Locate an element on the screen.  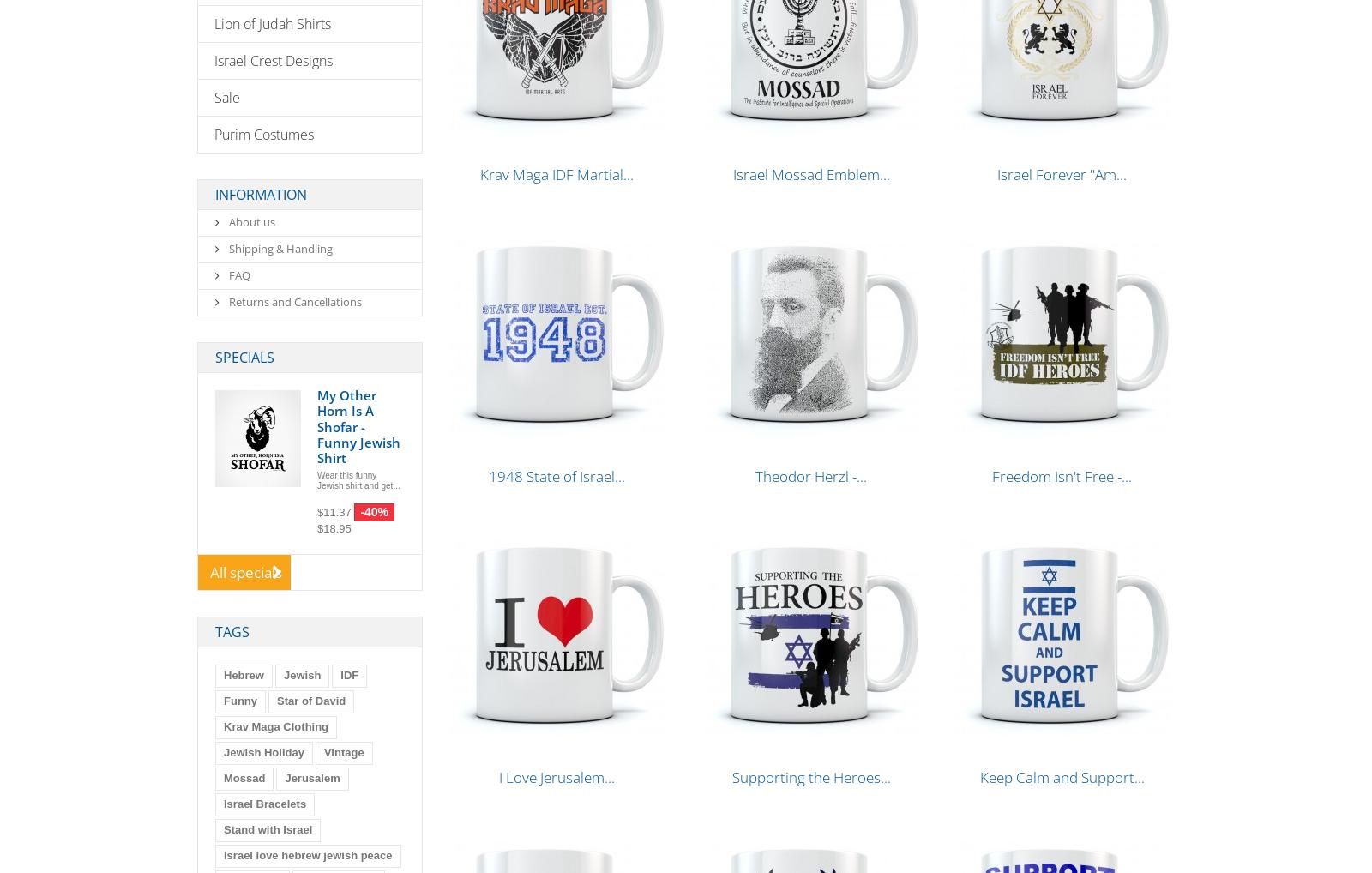
'Keep Calm and Support...' is located at coordinates (1060, 777).